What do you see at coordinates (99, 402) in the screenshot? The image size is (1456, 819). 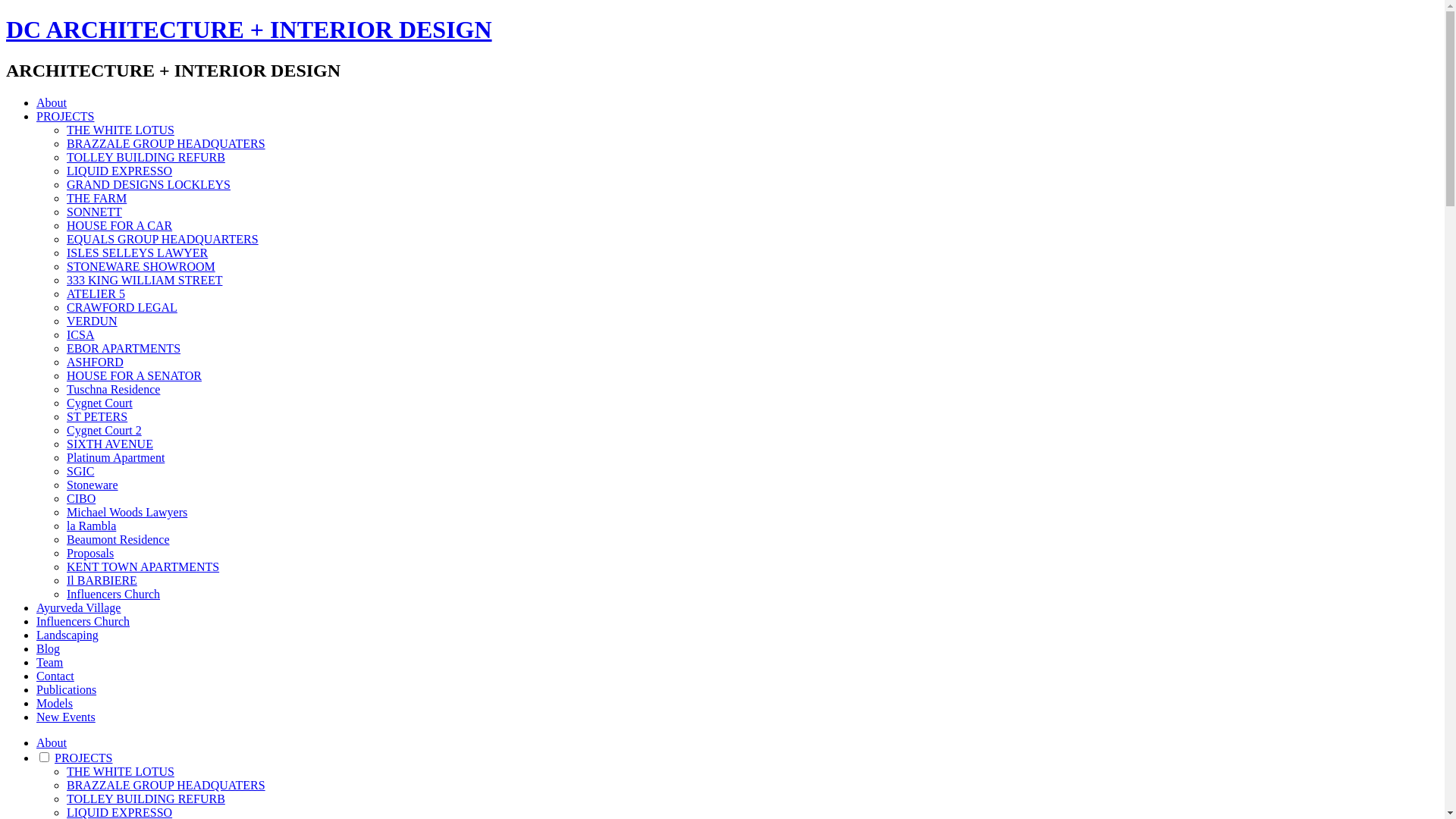 I see `'Cygnet Court'` at bounding box center [99, 402].